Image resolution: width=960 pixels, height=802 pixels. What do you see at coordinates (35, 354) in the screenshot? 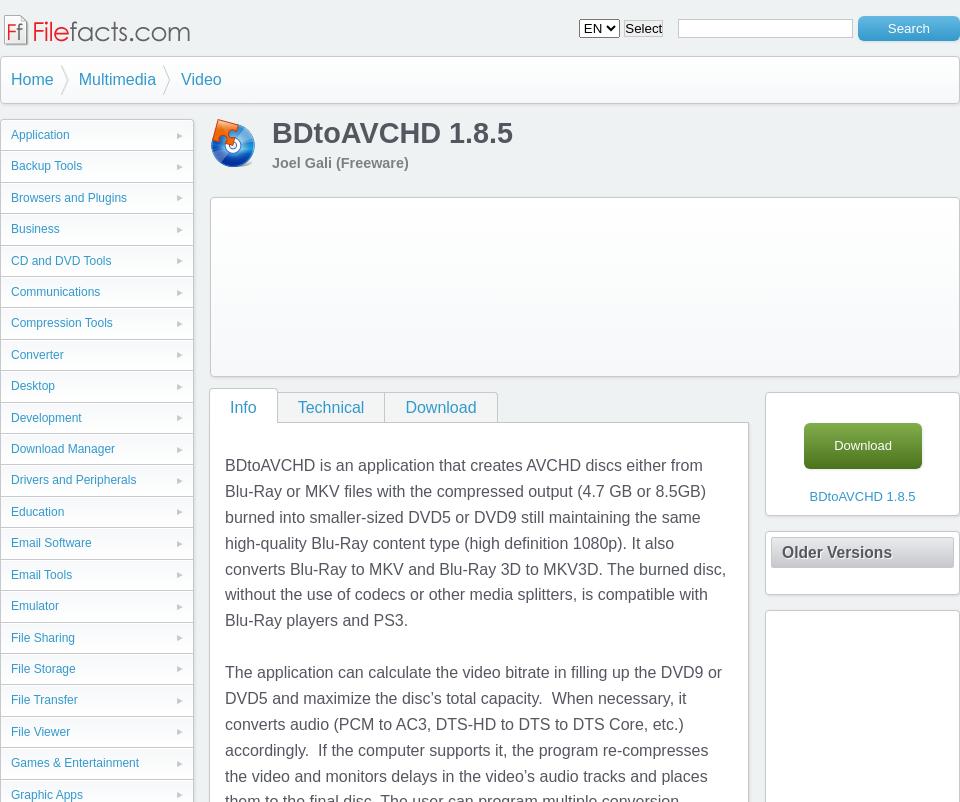
I see `'Converter'` at bounding box center [35, 354].